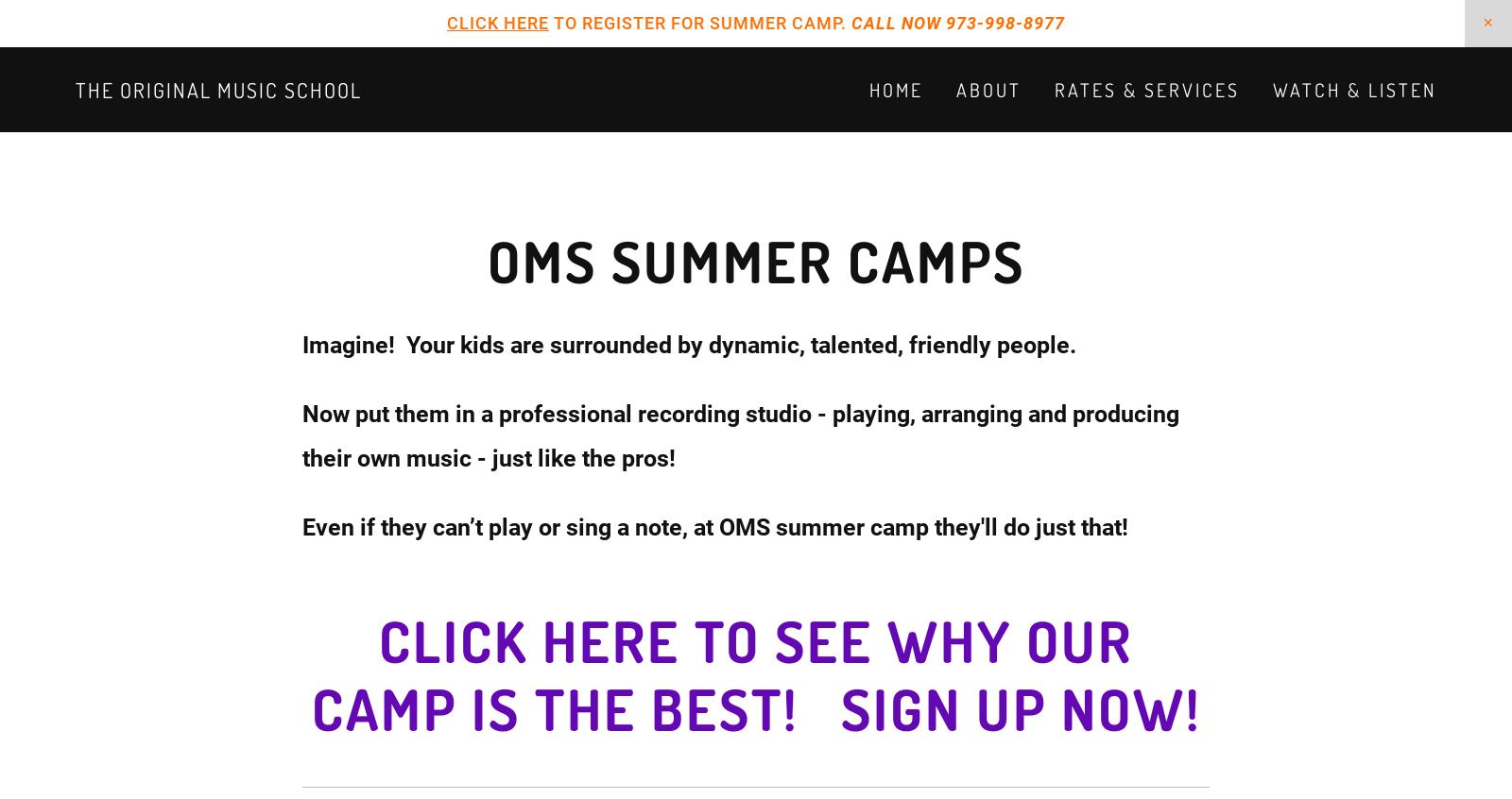 The image size is (1512, 799). Describe the element at coordinates (497, 22) in the screenshot. I see `'CLICK HERE'` at that location.